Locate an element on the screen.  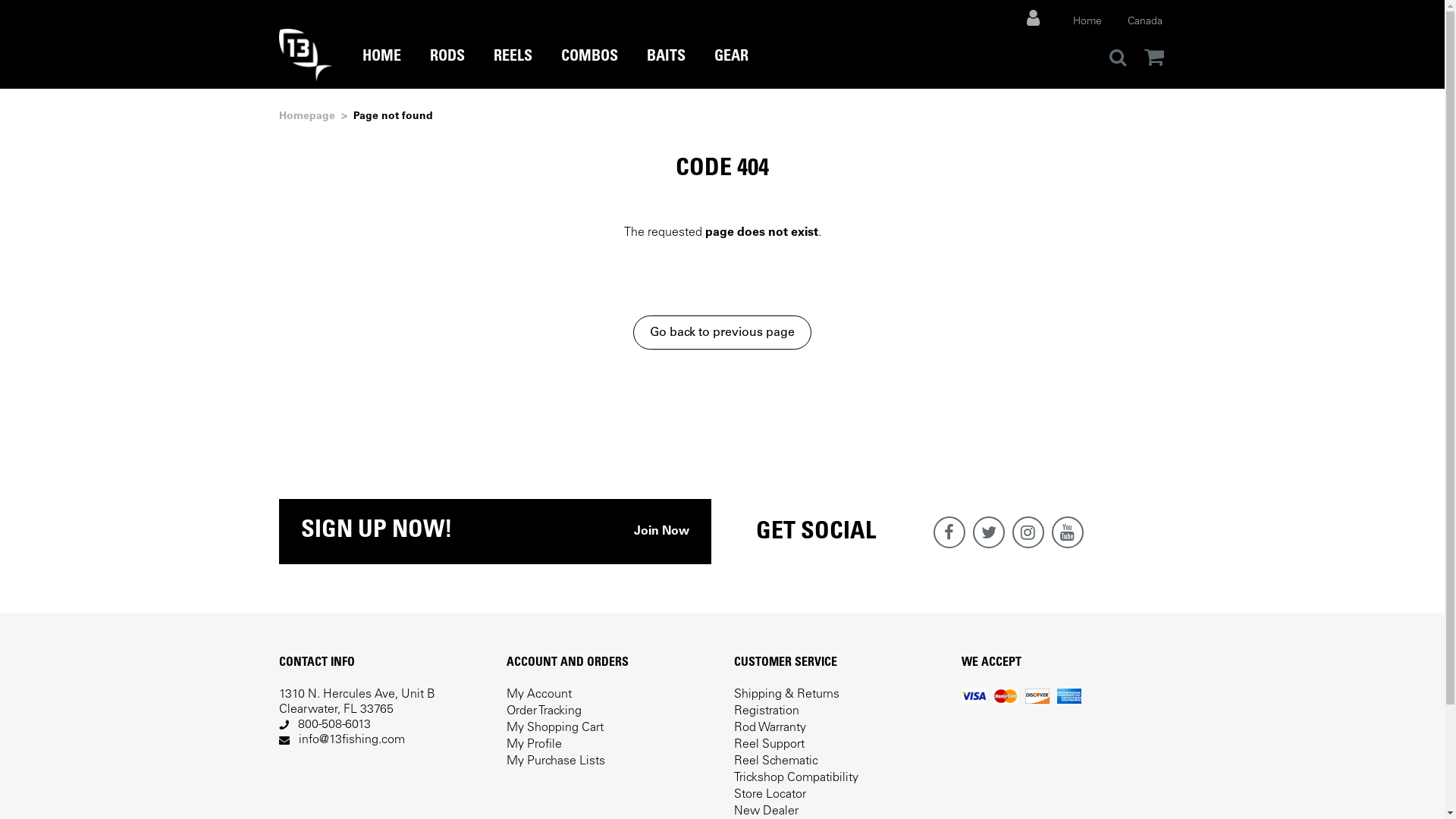
'HOME' is located at coordinates (362, 68).